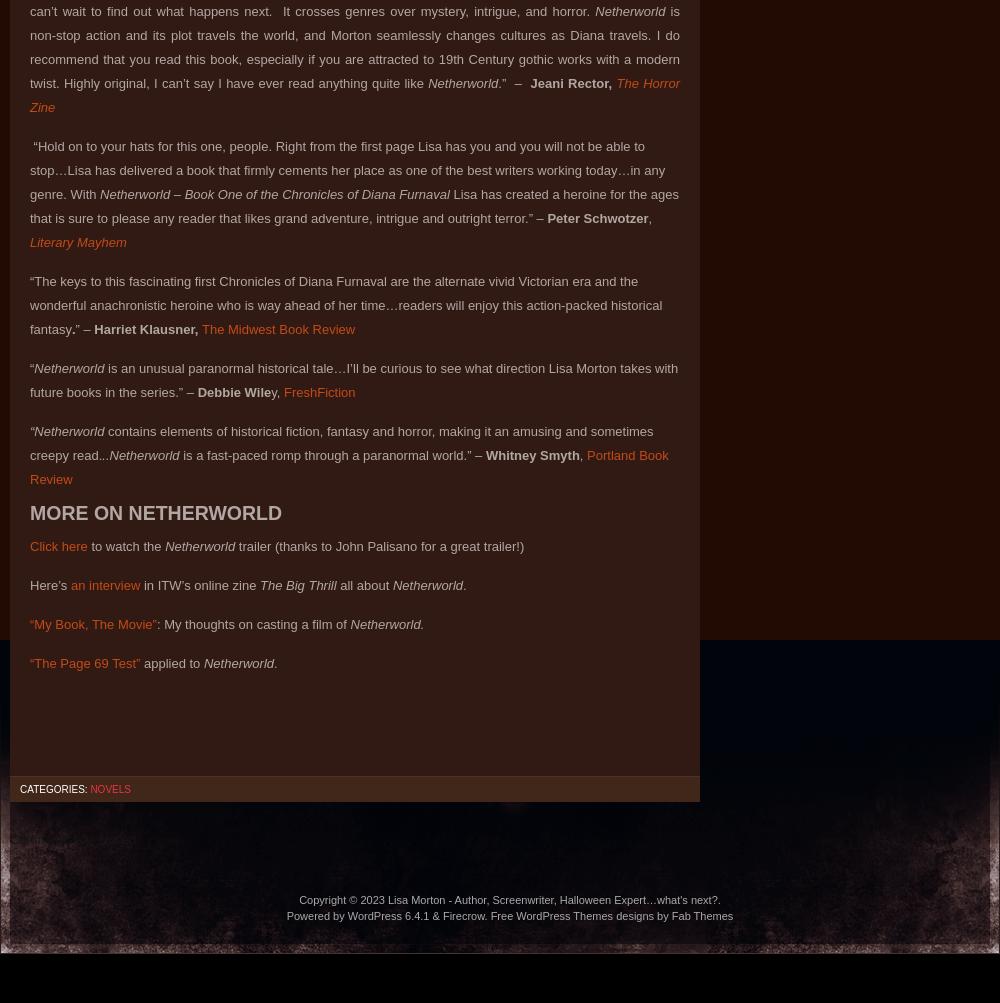 This screenshot has height=1003, width=1000. Describe the element at coordinates (30, 206) in the screenshot. I see `'Lisa has created a heroine for the ages that is sure to please any reader that likes grand adventure, intrigue and outright terror.” –'` at that location.